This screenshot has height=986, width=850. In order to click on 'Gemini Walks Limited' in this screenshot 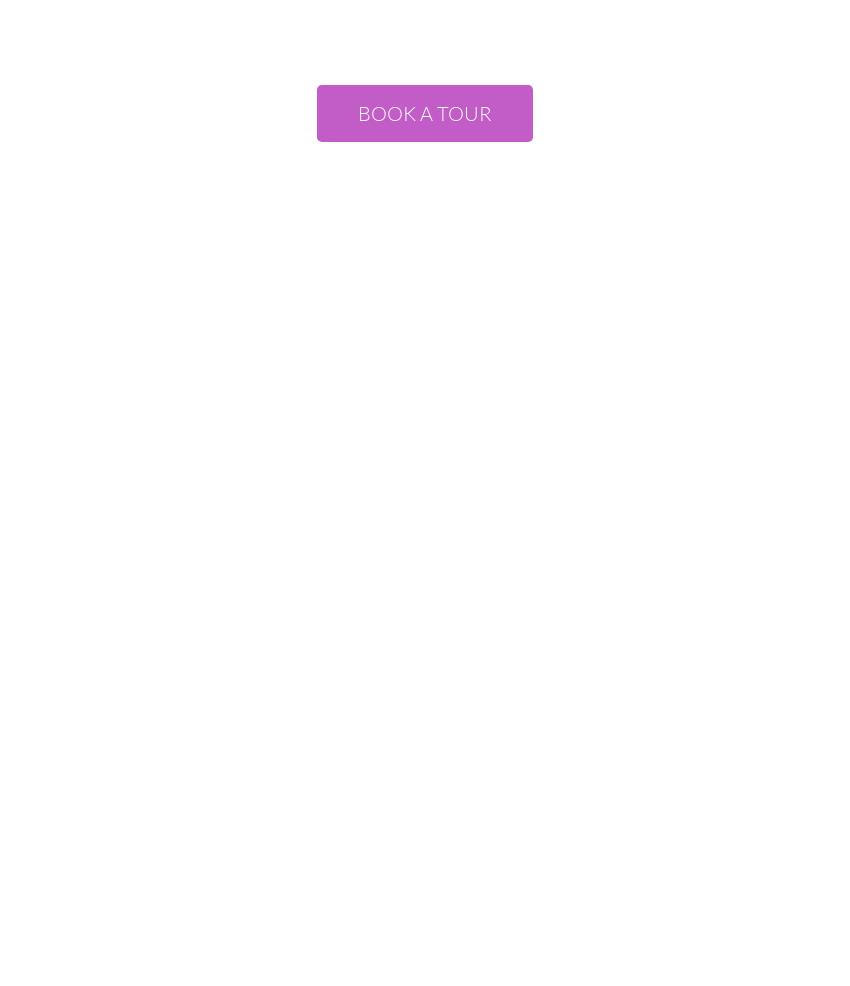, I will do `click(423, 573)`.